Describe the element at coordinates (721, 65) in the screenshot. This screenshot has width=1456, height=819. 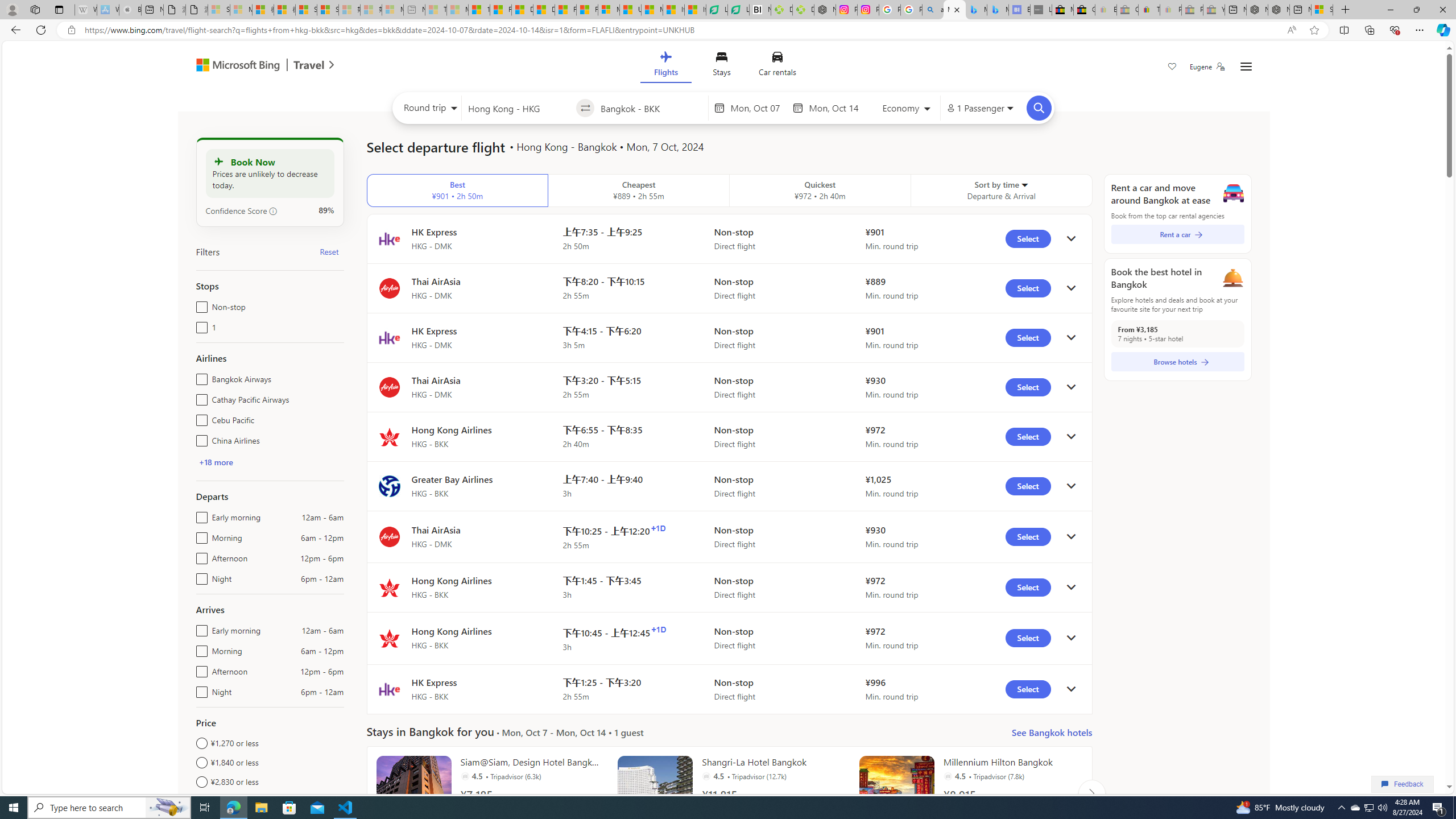
I see `'Stays'` at that location.